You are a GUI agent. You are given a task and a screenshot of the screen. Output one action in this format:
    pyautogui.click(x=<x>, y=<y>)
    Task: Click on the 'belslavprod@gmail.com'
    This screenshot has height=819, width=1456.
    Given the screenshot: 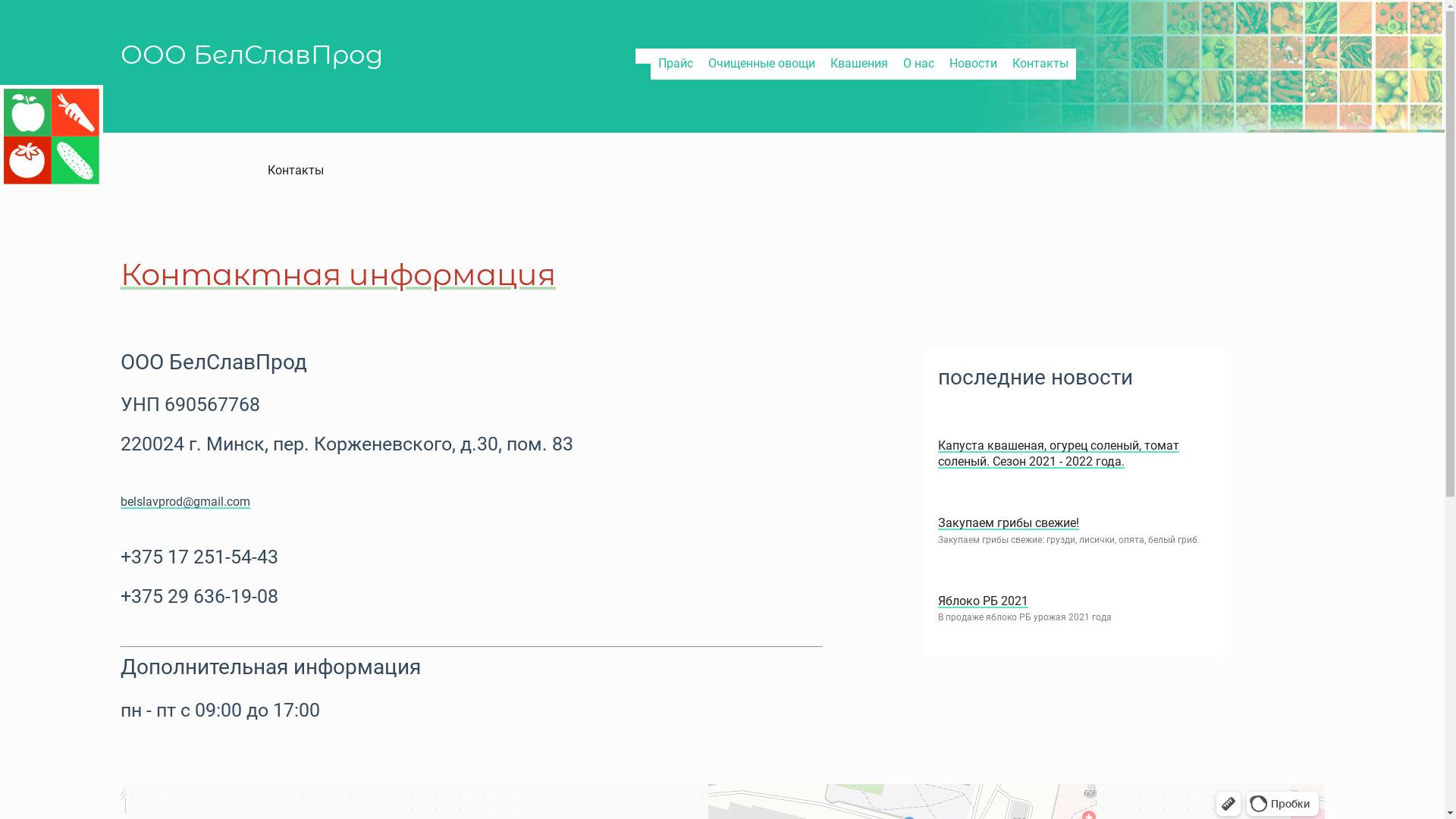 What is the action you would take?
    pyautogui.click(x=184, y=501)
    